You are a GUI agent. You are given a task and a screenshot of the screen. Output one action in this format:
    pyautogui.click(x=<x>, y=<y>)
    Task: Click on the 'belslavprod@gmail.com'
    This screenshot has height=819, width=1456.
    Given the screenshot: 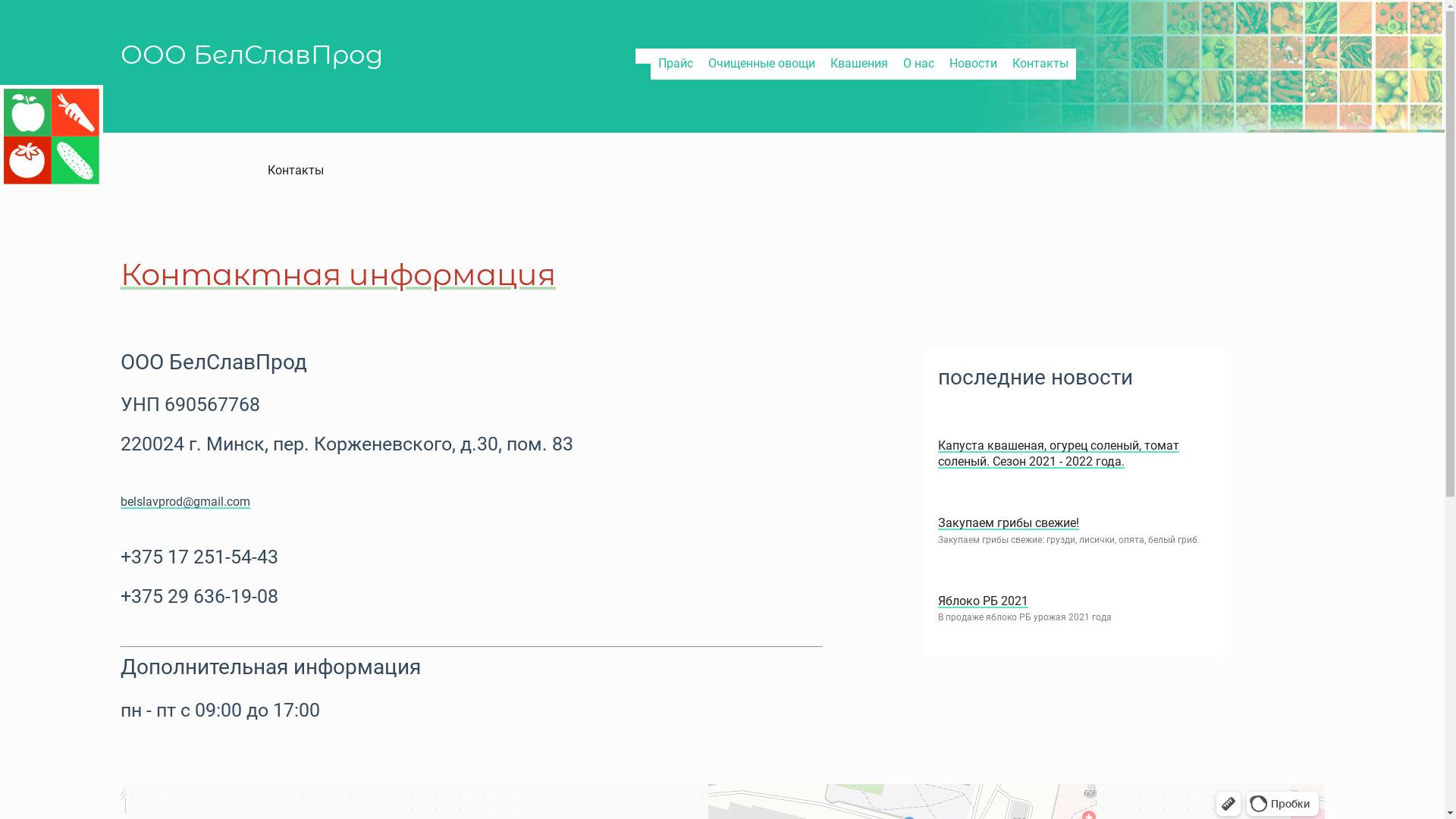 What is the action you would take?
    pyautogui.click(x=184, y=501)
    